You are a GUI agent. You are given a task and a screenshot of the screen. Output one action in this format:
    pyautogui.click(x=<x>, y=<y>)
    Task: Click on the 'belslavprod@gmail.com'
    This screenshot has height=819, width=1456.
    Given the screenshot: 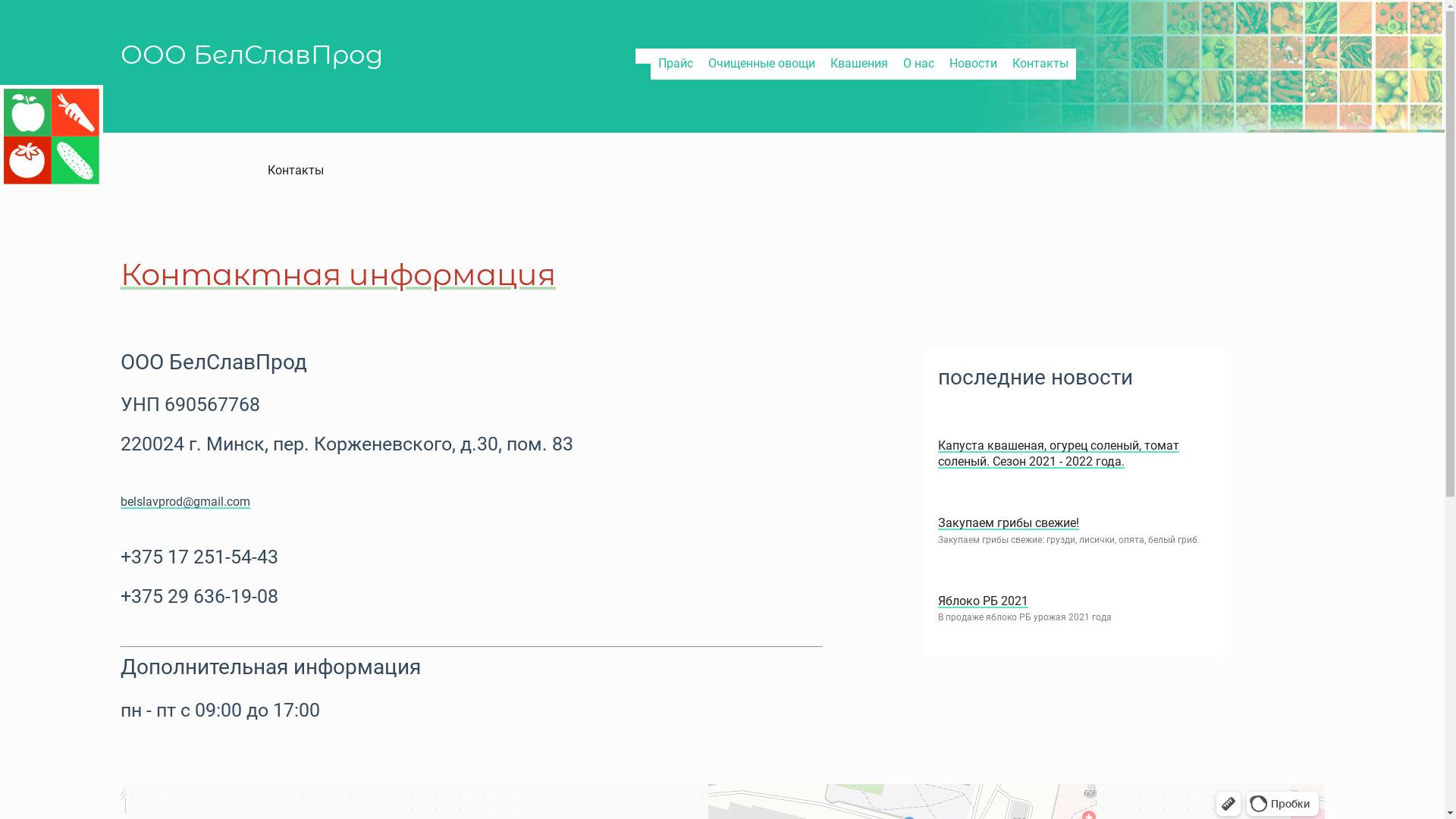 What is the action you would take?
    pyautogui.click(x=184, y=501)
    